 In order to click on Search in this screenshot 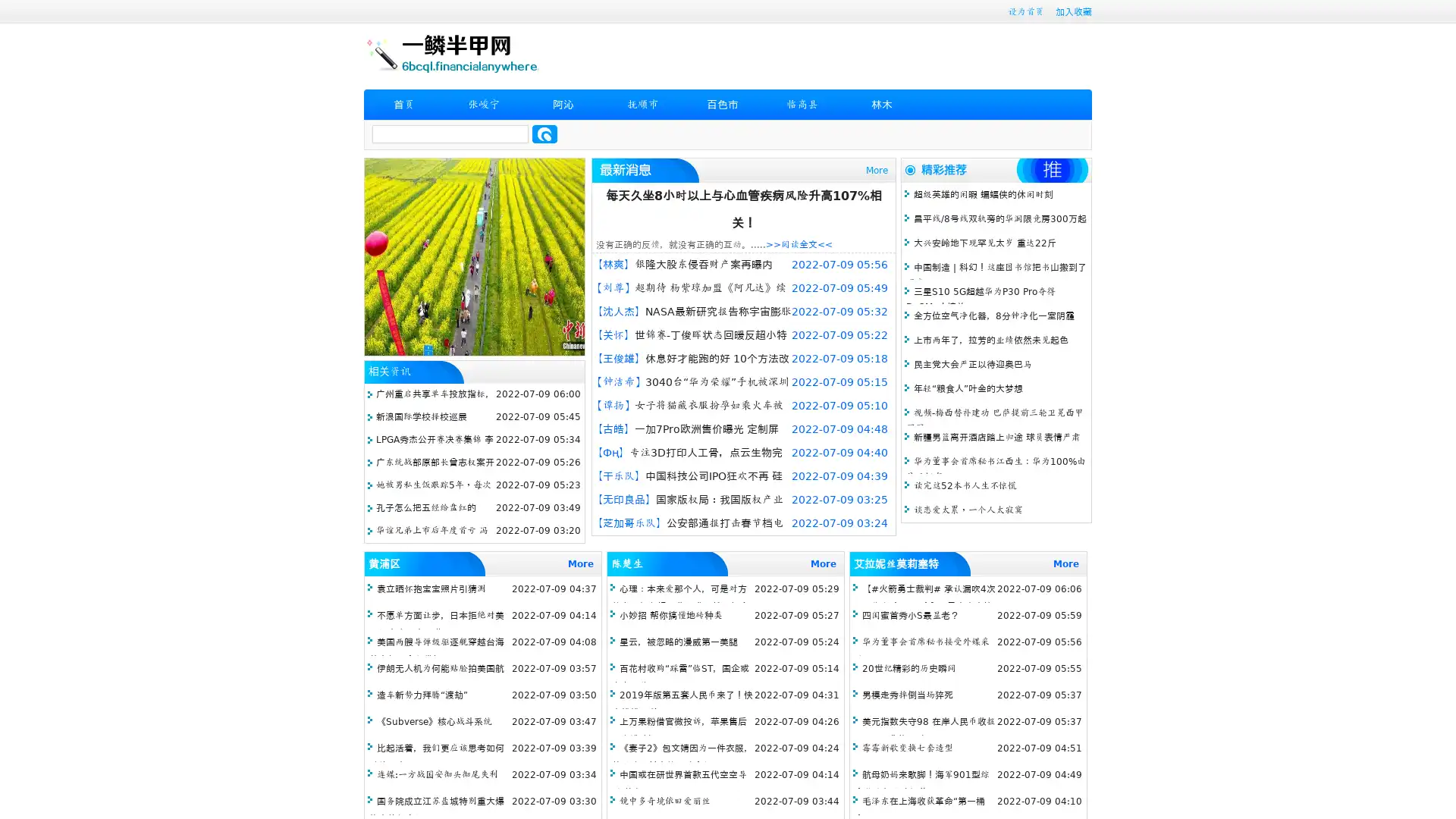, I will do `click(544, 133)`.